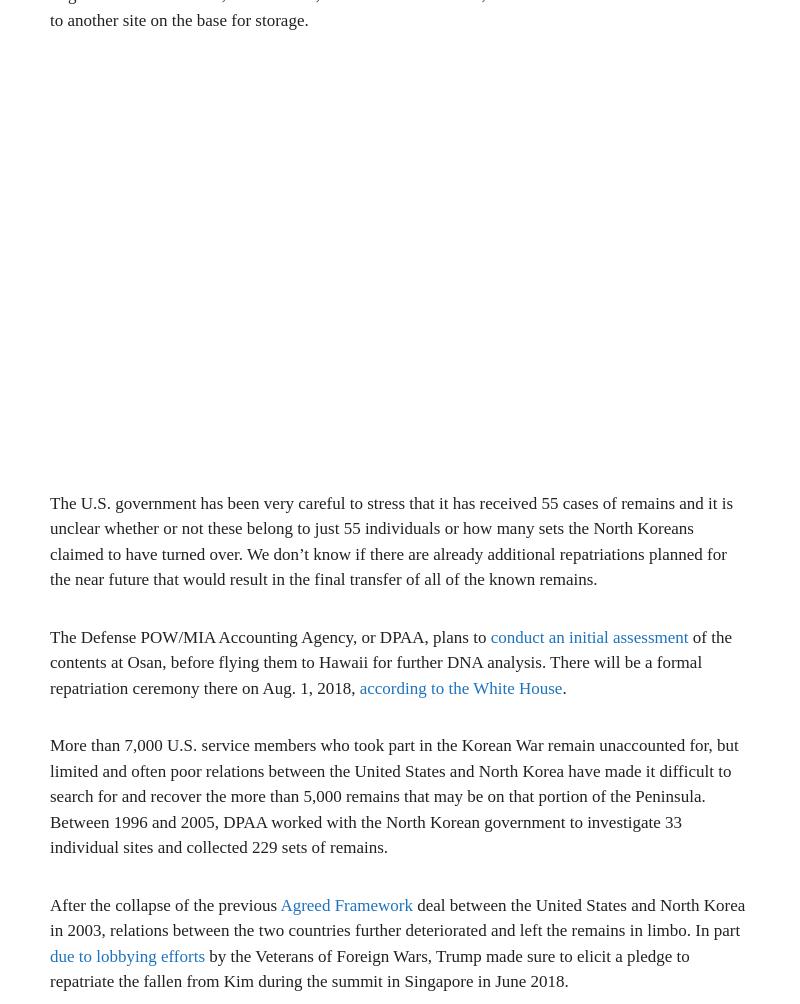  What do you see at coordinates (562, 686) in the screenshot?
I see `'.'` at bounding box center [562, 686].